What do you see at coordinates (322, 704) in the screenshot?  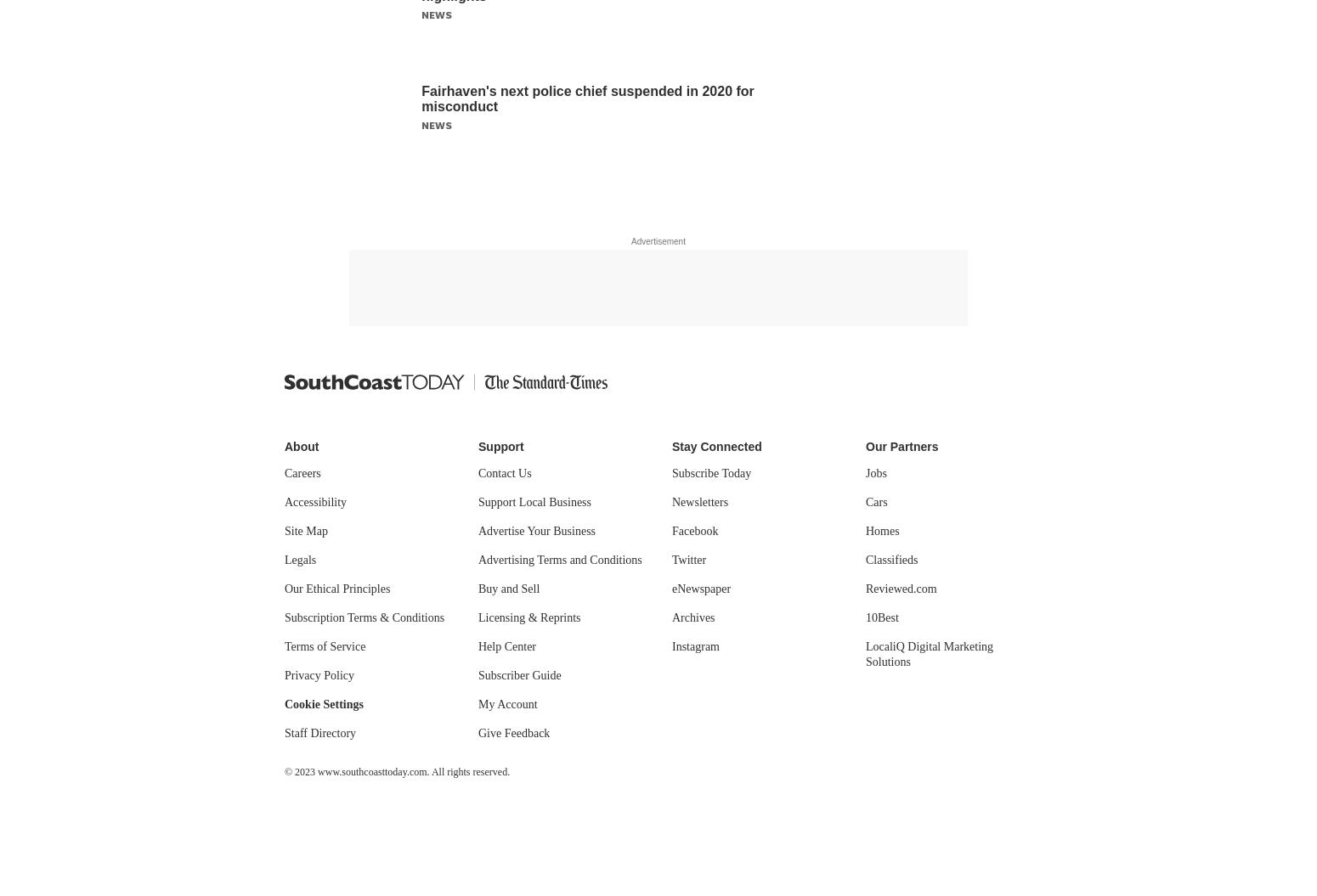 I see `'Cookie Settings'` at bounding box center [322, 704].